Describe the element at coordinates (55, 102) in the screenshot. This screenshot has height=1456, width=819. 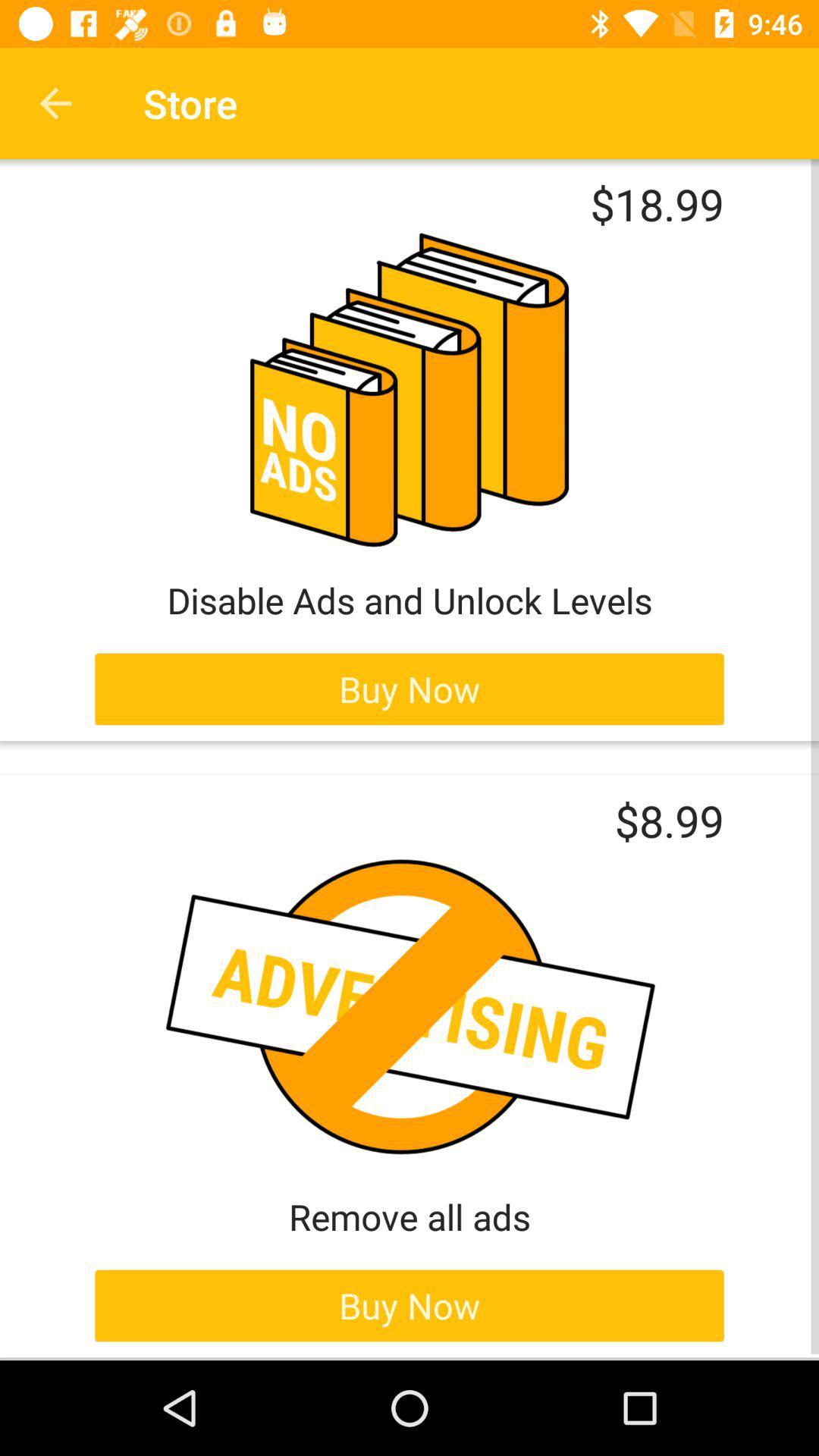
I see `item to the left of store item` at that location.